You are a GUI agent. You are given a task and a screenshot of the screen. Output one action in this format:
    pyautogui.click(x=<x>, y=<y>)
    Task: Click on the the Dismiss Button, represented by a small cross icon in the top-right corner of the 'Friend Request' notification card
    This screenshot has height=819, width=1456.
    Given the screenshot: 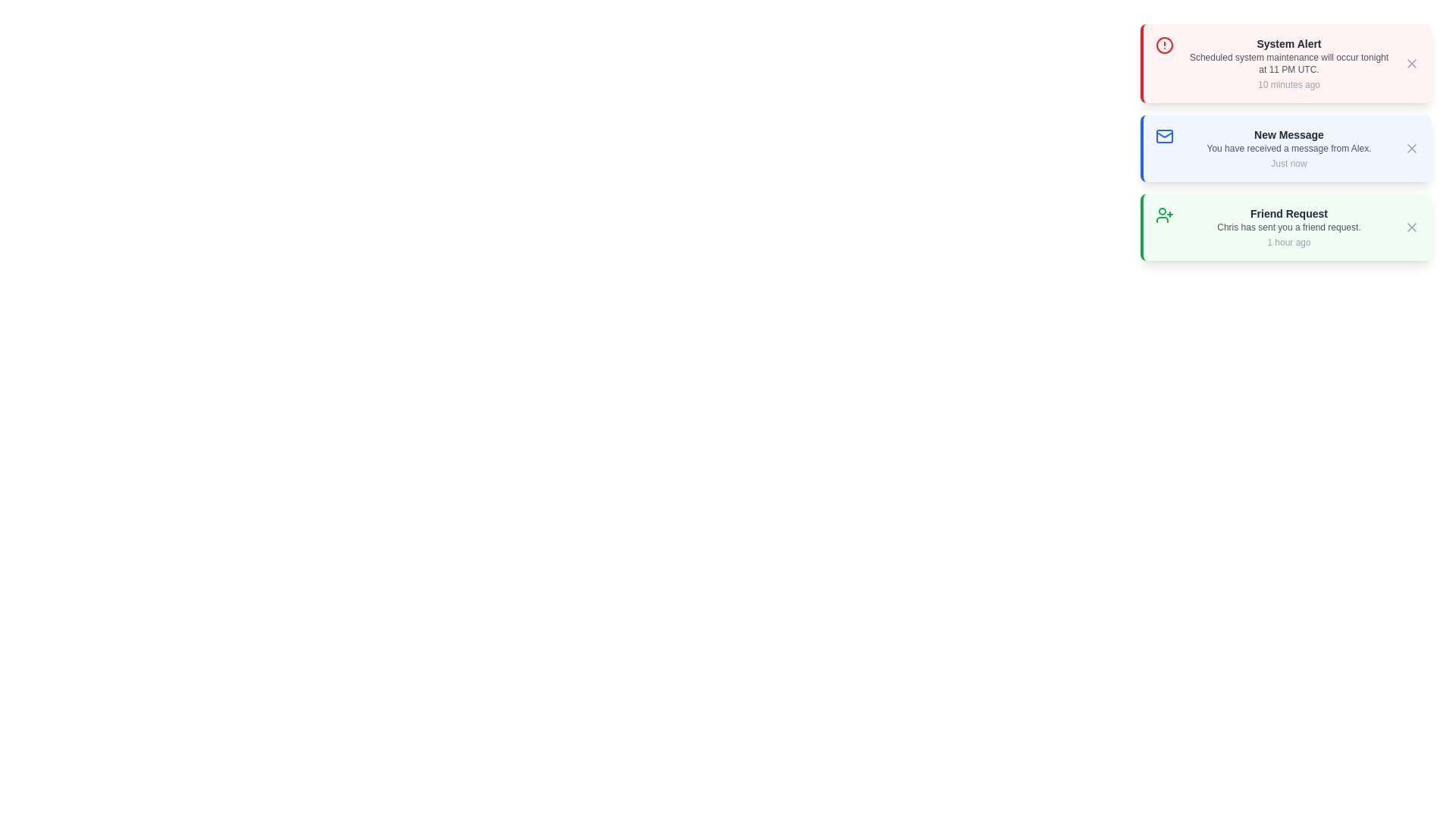 What is the action you would take?
    pyautogui.click(x=1411, y=227)
    